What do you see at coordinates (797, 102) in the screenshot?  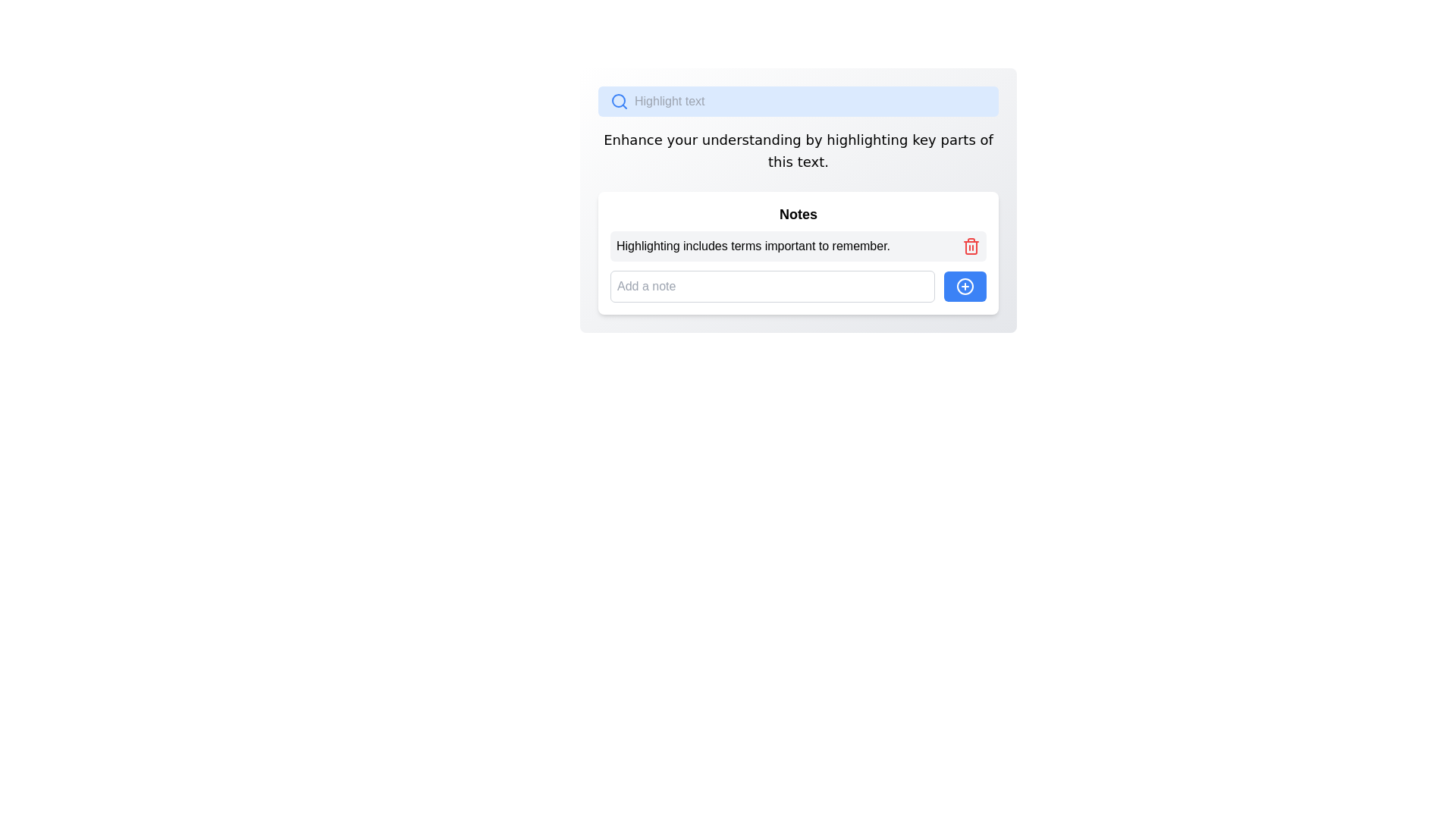 I see `the cursor` at bounding box center [797, 102].